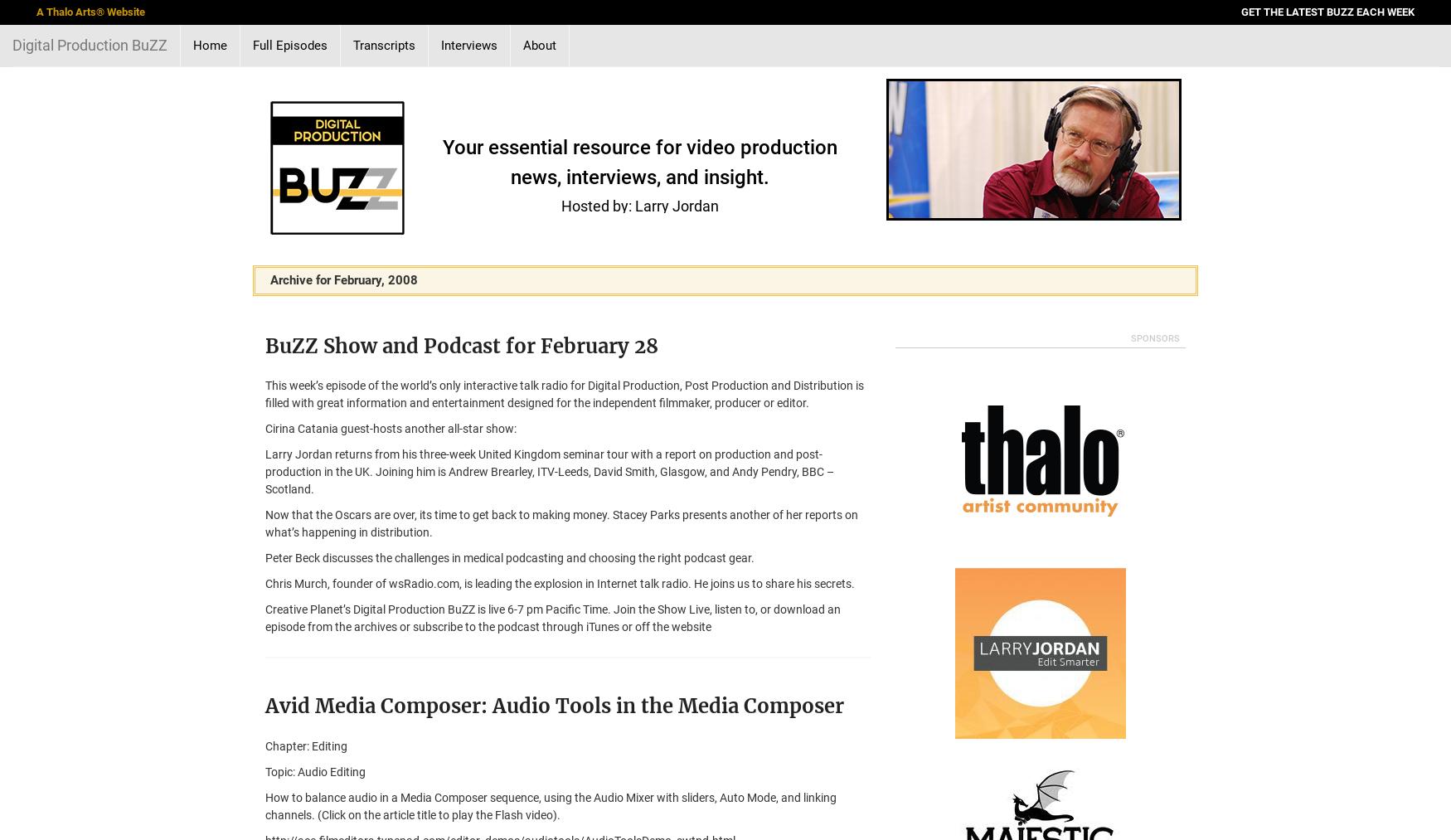 This screenshot has width=1451, height=840. Describe the element at coordinates (342, 279) in the screenshot. I see `'Archive for February, 2008'` at that location.